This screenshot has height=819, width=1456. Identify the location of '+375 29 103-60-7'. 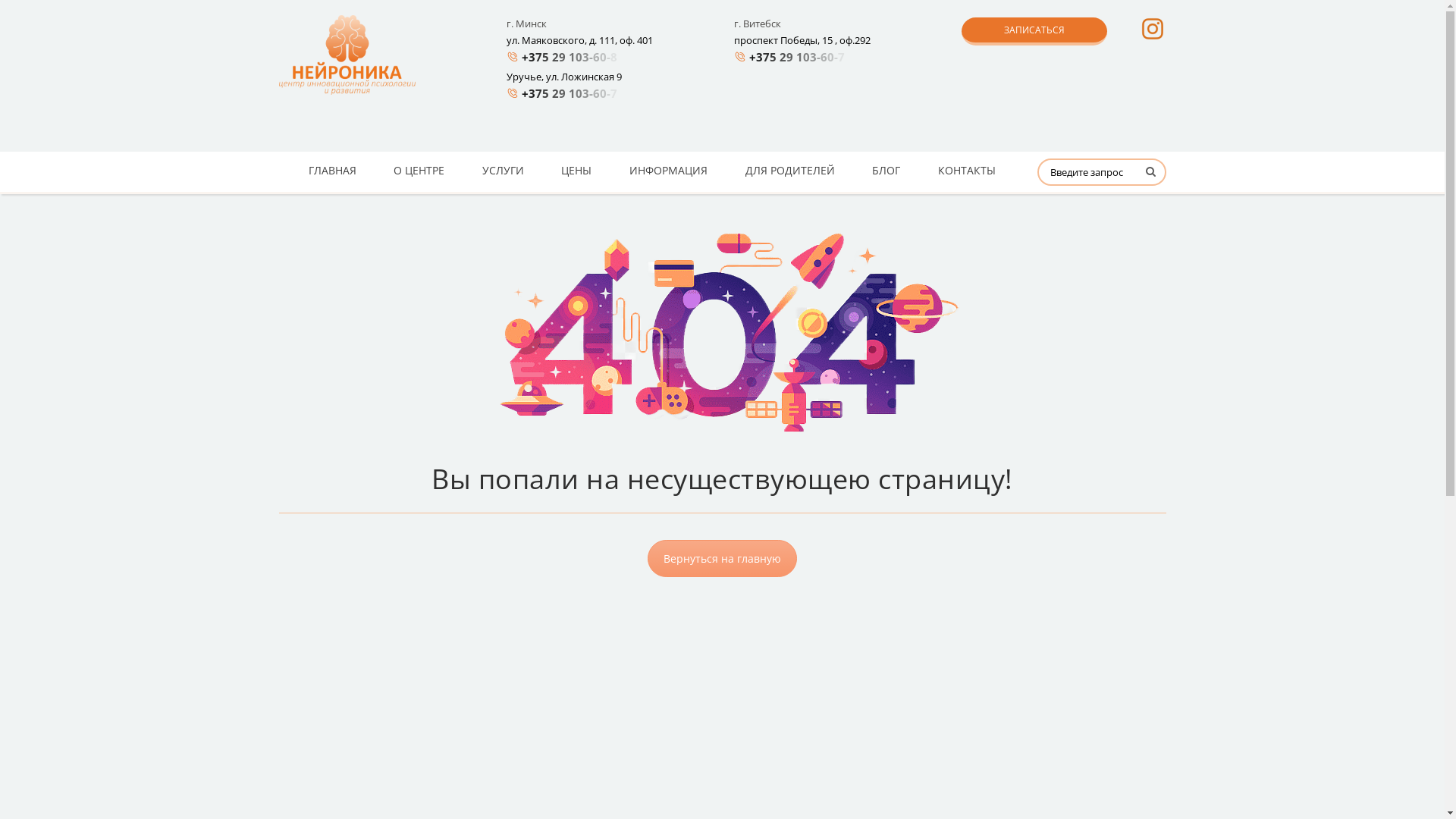
(799, 55).